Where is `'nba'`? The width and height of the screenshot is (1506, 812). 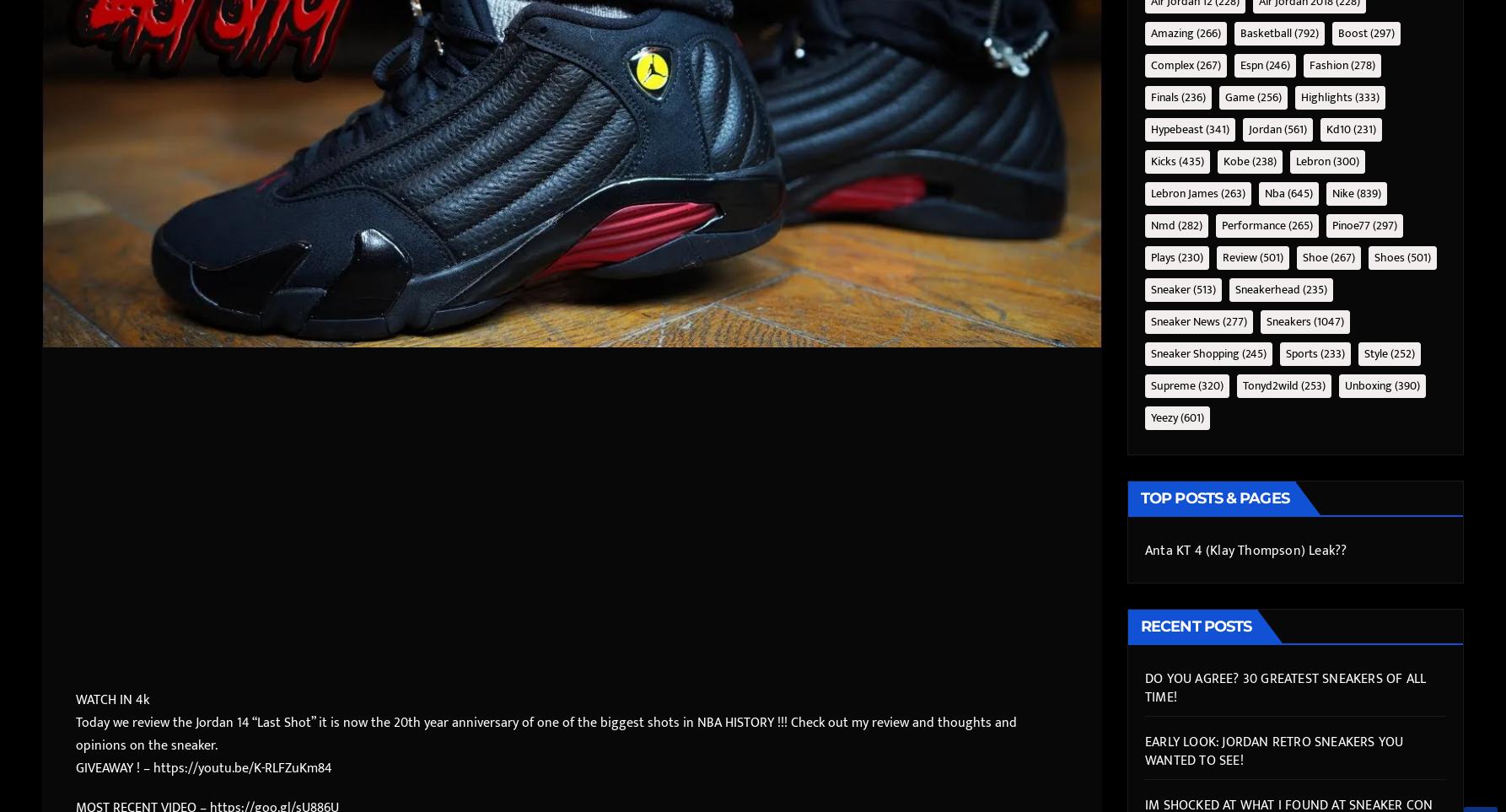
'nba' is located at coordinates (1265, 192).